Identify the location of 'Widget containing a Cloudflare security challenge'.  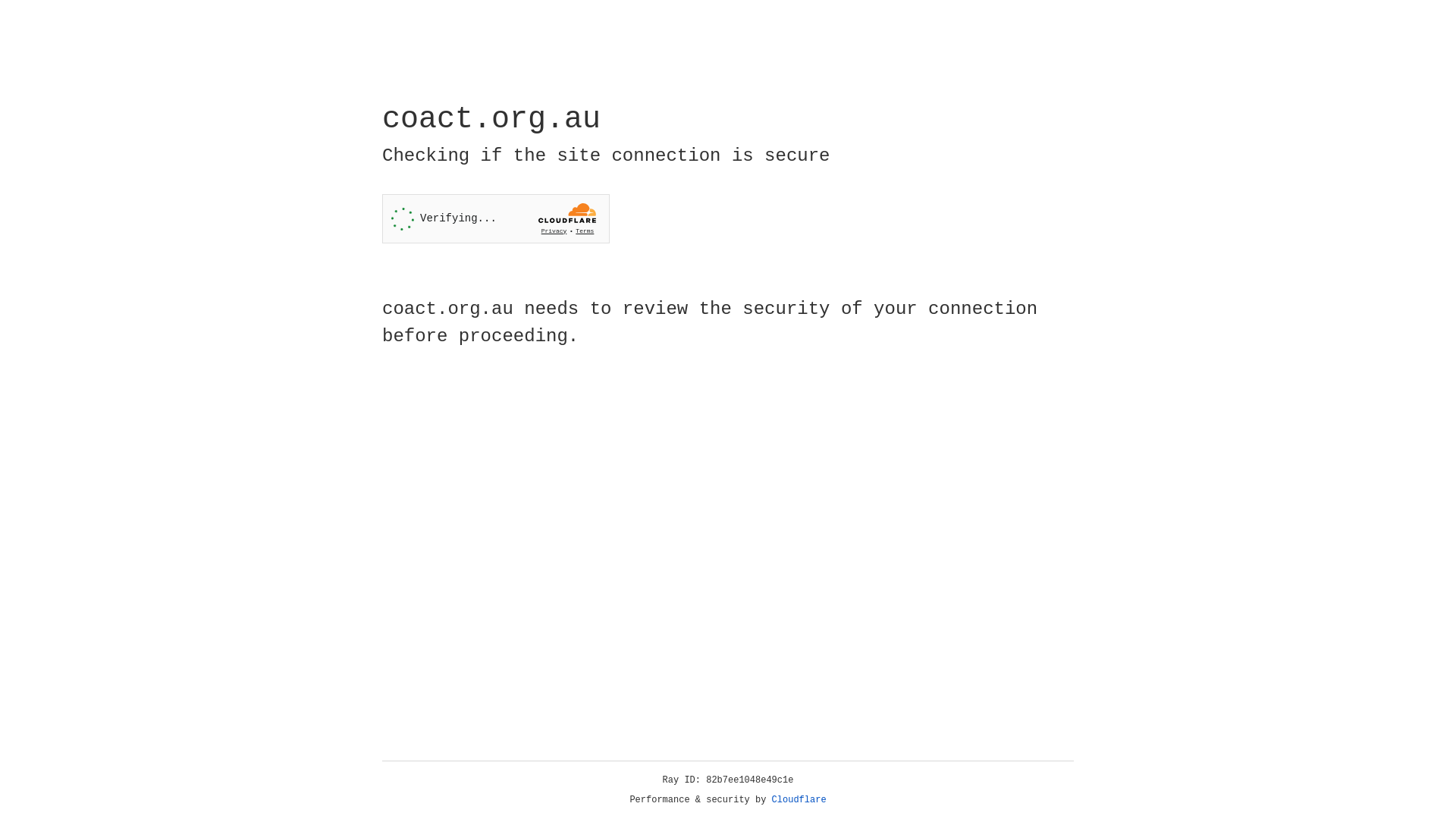
(495, 218).